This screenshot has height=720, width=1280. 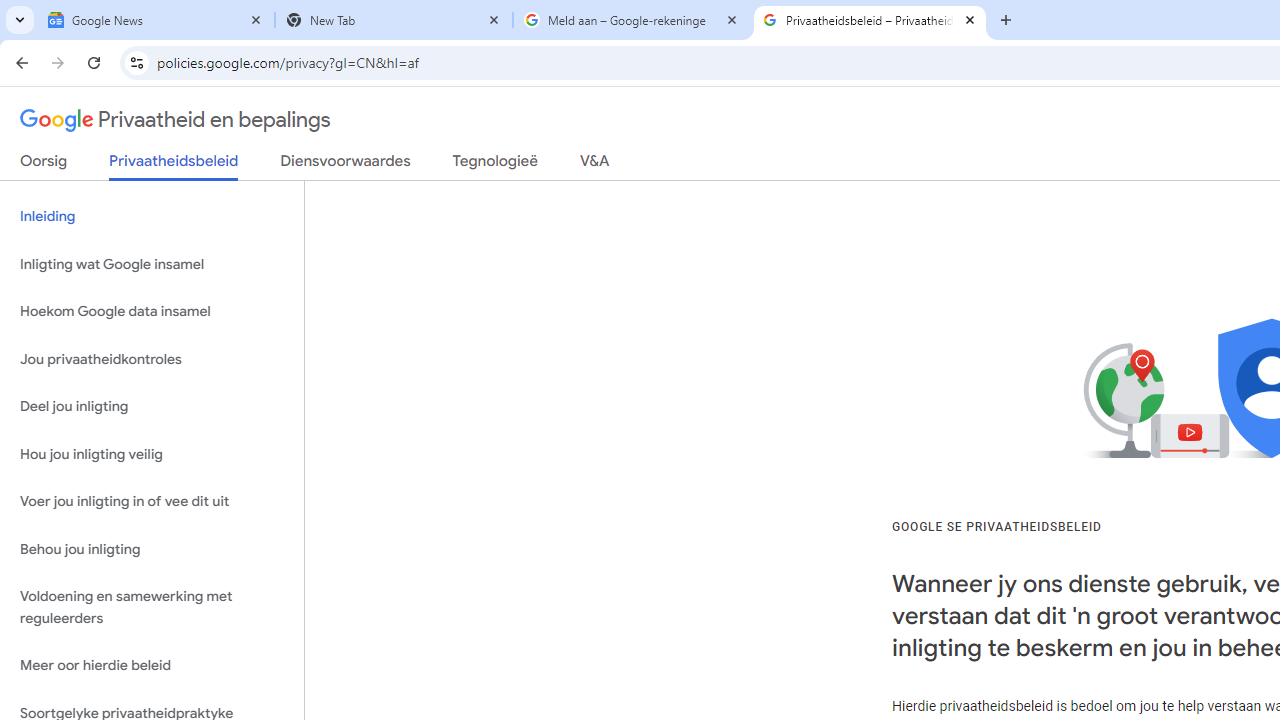 I want to click on 'Hou jou inligting veilig', so click(x=151, y=454).